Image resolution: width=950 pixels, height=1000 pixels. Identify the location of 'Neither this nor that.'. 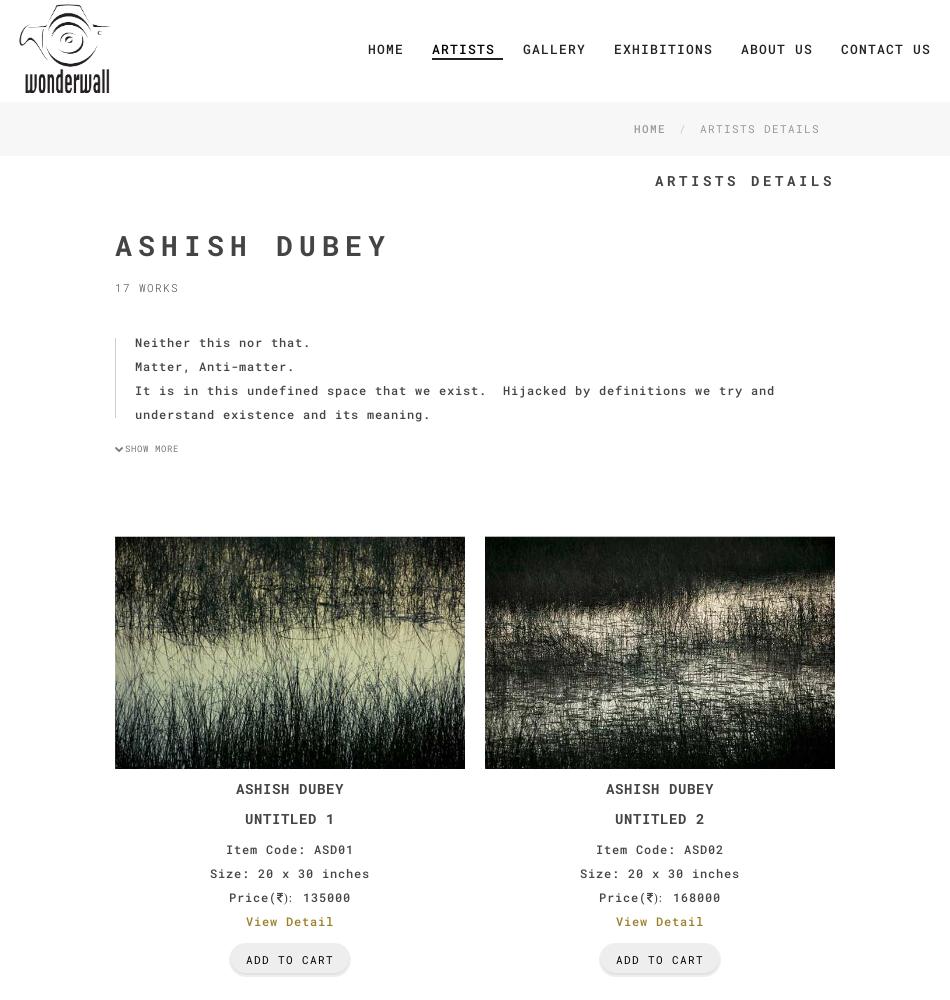
(222, 340).